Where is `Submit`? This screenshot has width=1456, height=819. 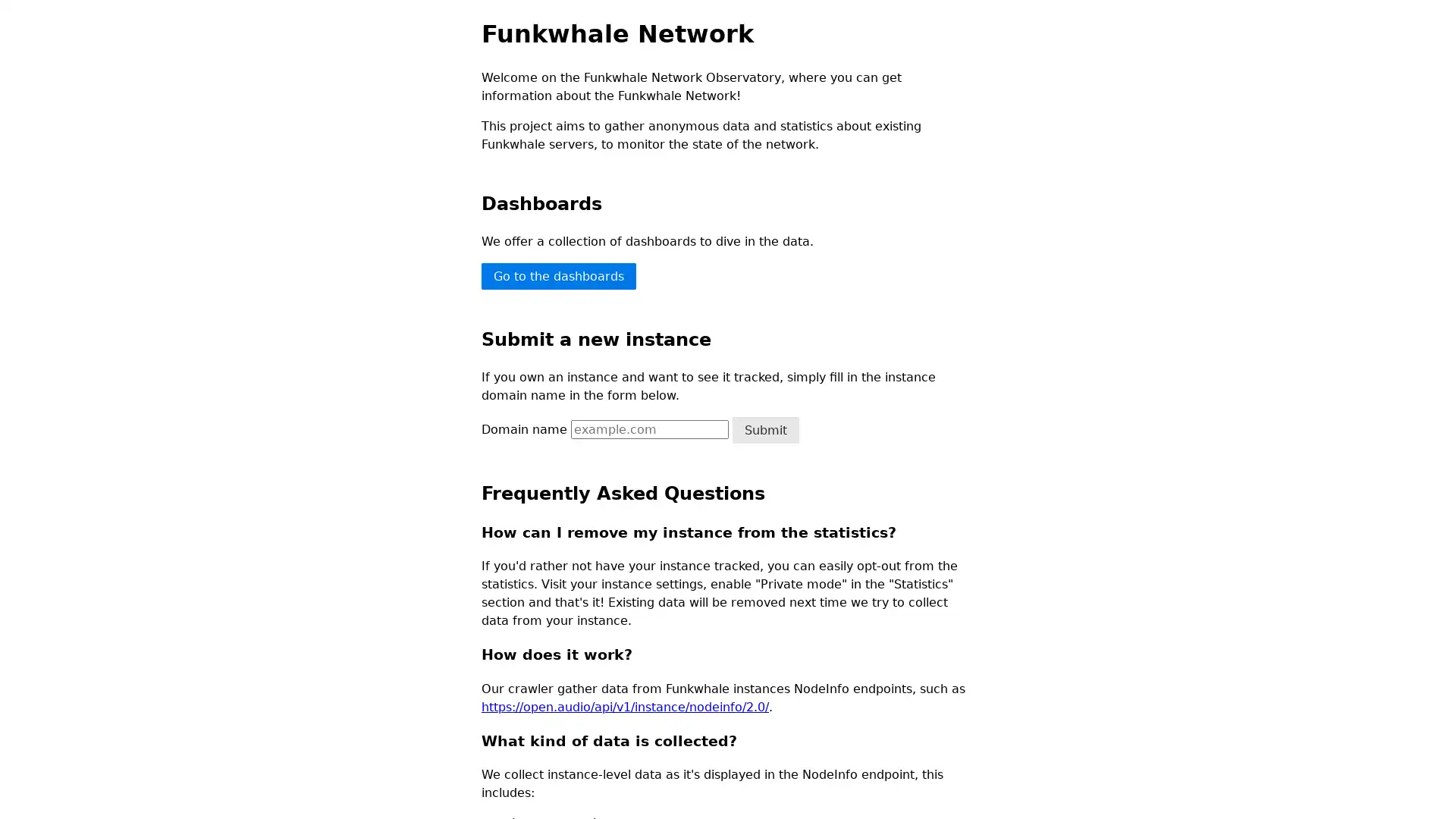
Submit is located at coordinates (765, 429).